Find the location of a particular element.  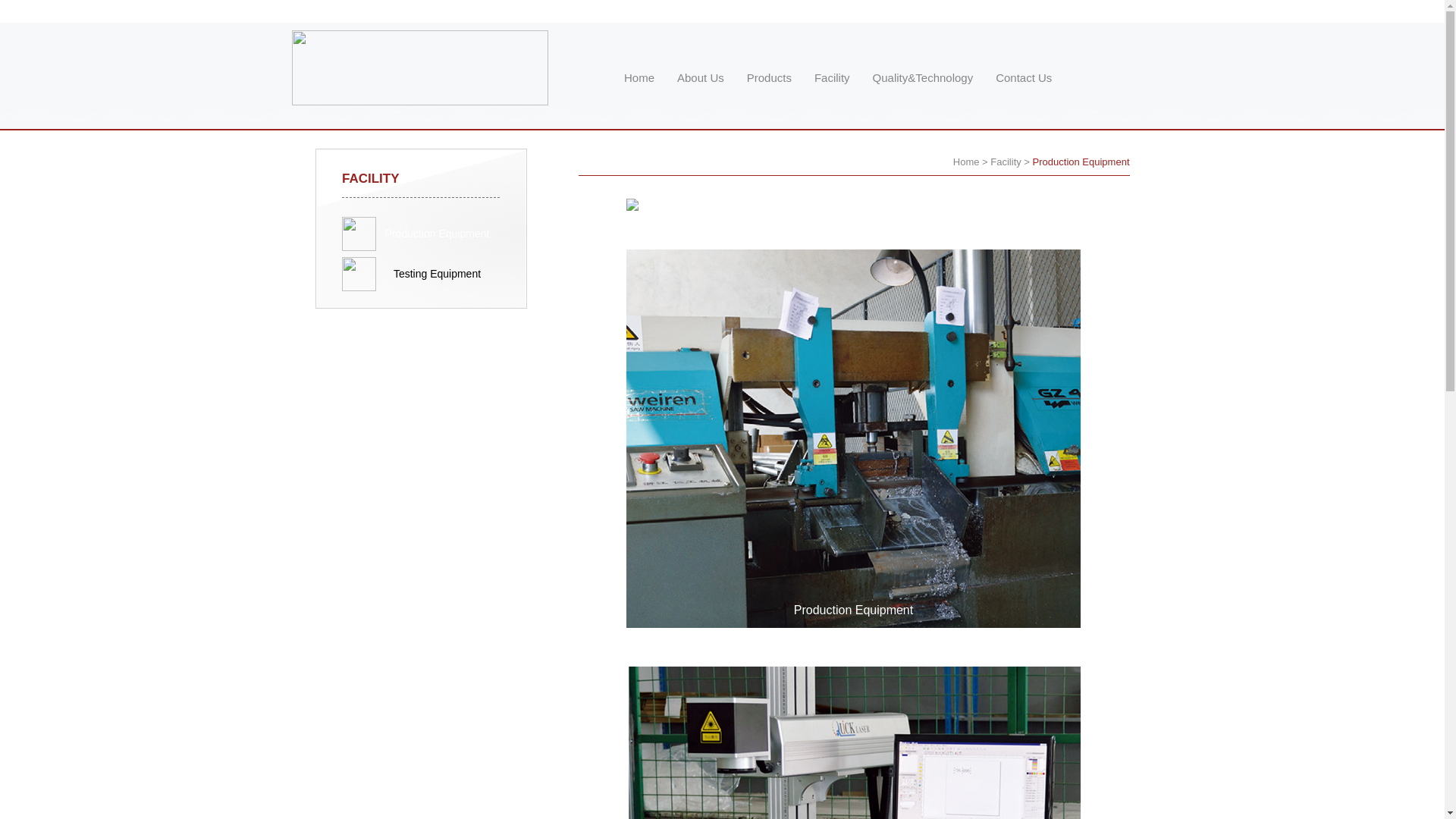

'About Us' is located at coordinates (699, 77).